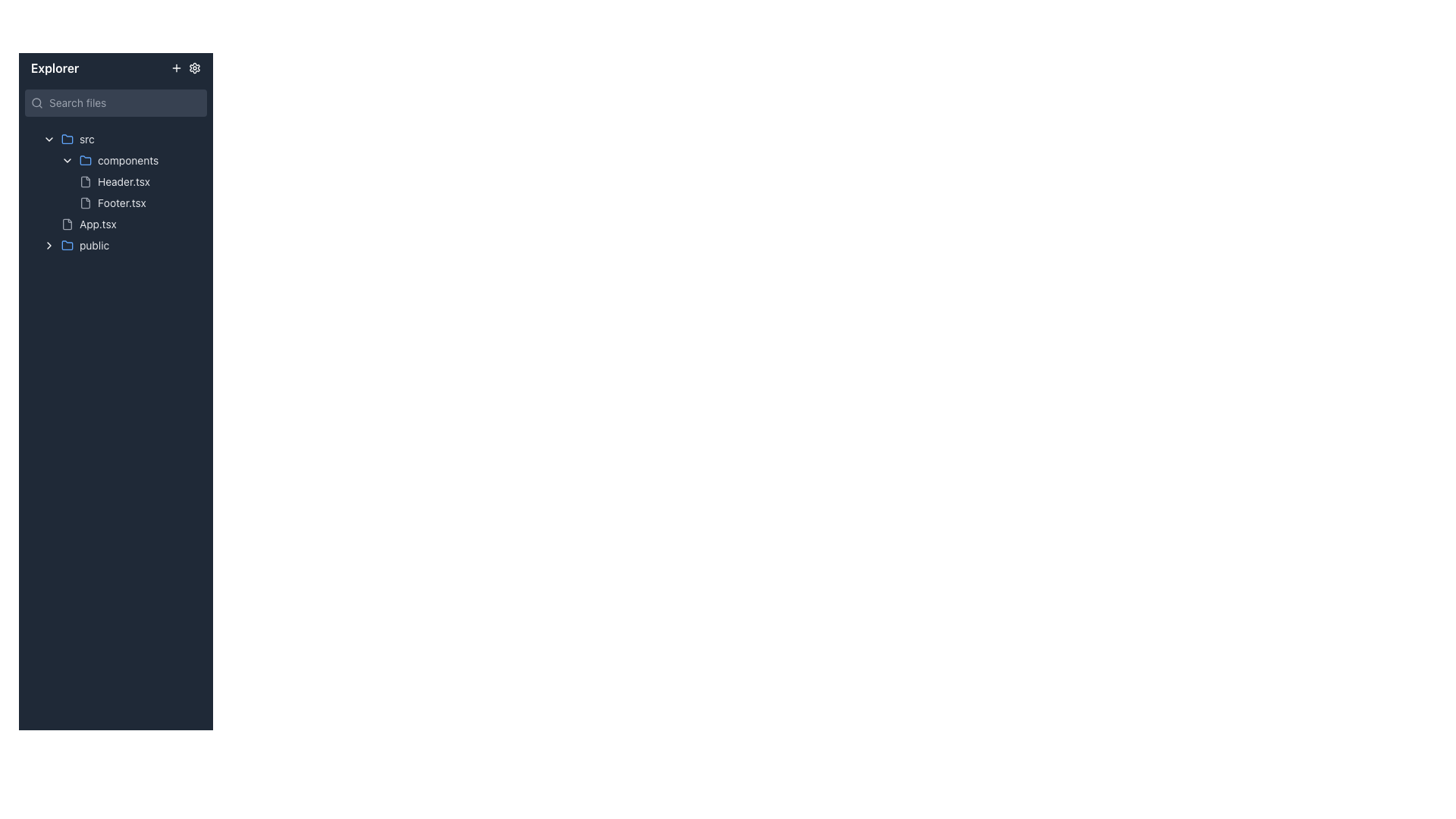  Describe the element at coordinates (177, 67) in the screenshot. I see `the plus sign icon button located at the top-right corner of the vertical sidebar to change its color` at that location.